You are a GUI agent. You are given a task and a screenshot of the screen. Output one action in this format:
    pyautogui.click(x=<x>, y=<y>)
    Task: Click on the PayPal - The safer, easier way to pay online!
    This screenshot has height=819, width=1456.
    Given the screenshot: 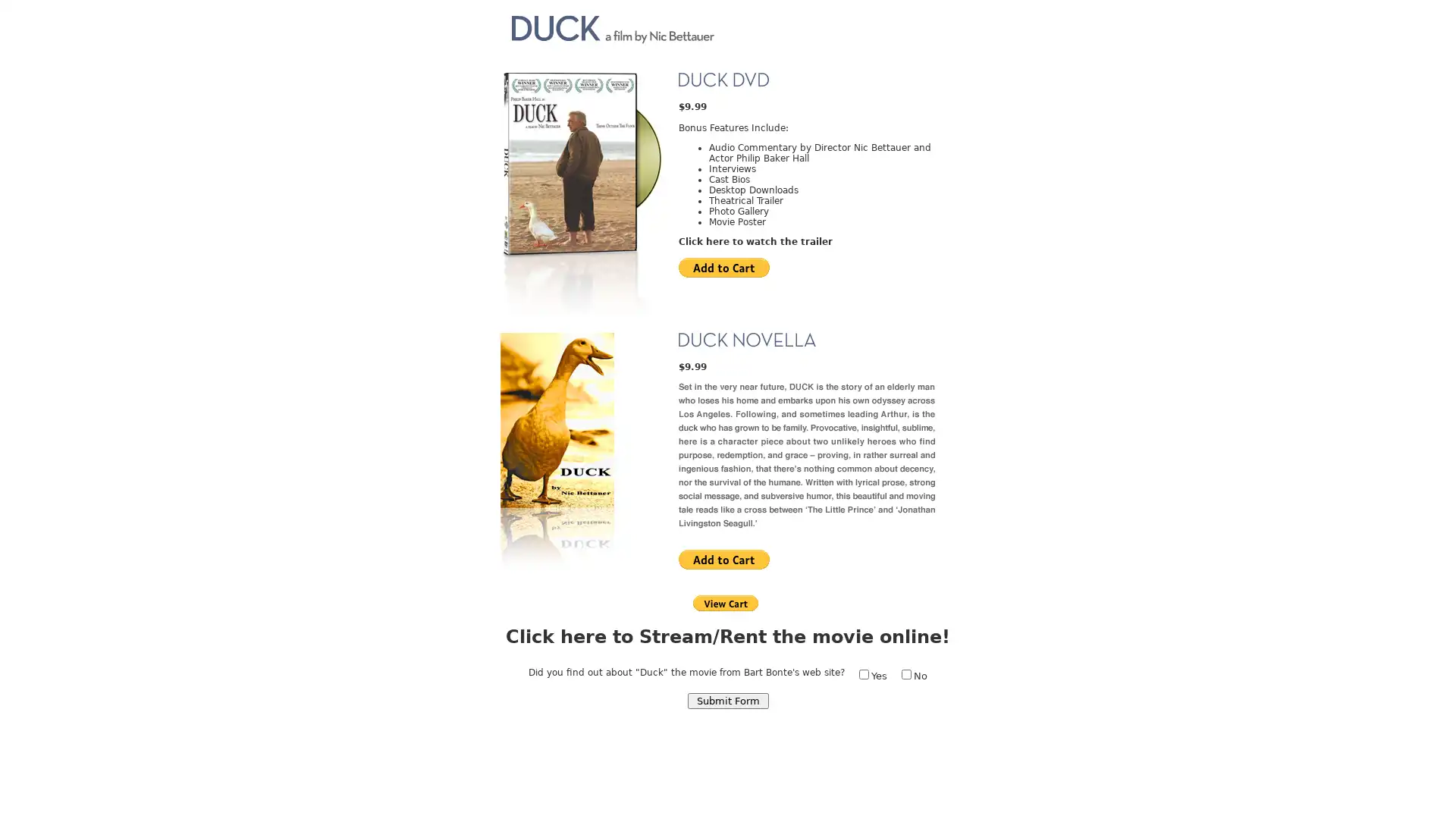 What is the action you would take?
    pyautogui.click(x=724, y=602)
    